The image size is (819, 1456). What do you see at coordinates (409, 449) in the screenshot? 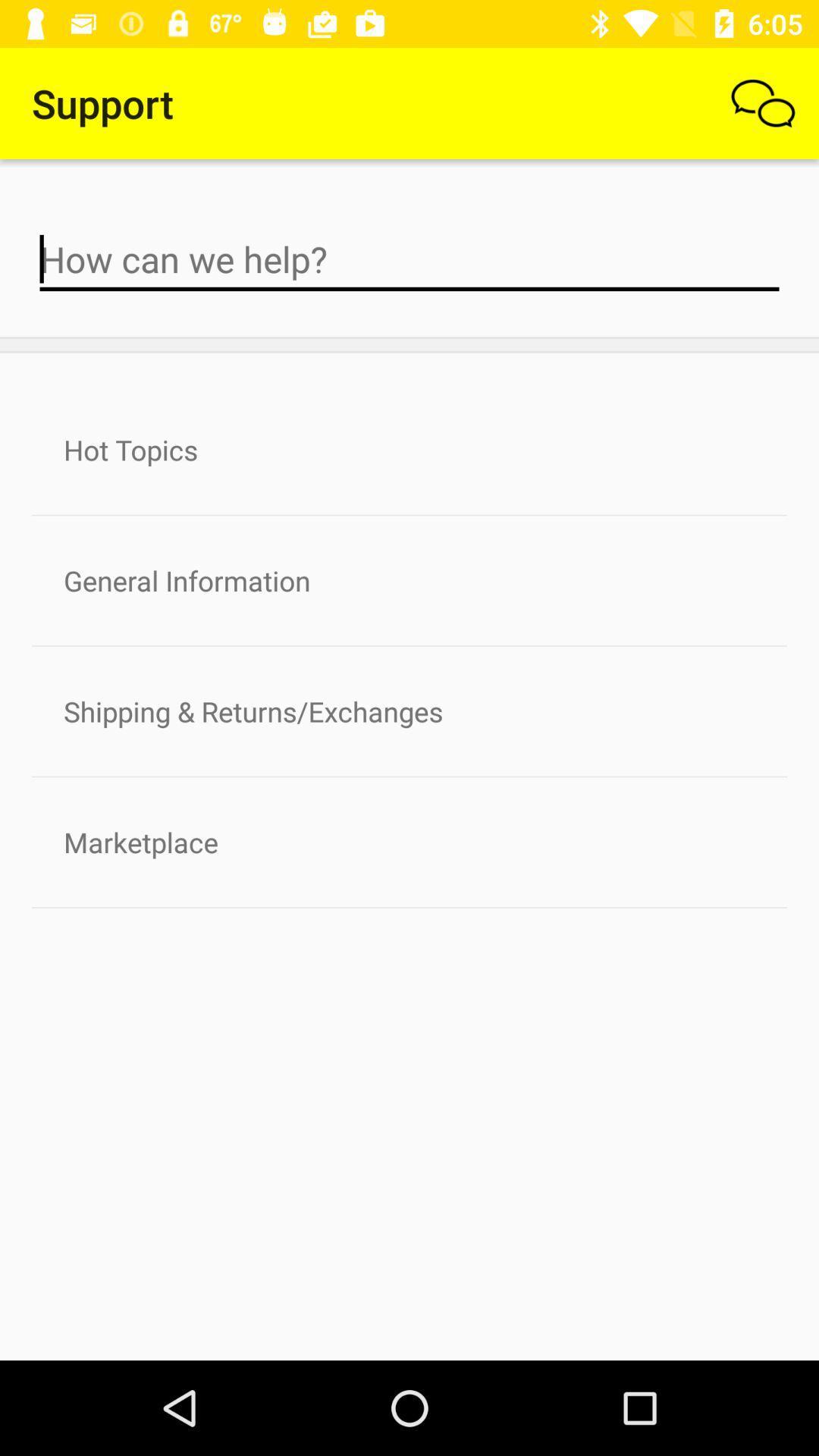
I see `the icon above general information icon` at bounding box center [409, 449].